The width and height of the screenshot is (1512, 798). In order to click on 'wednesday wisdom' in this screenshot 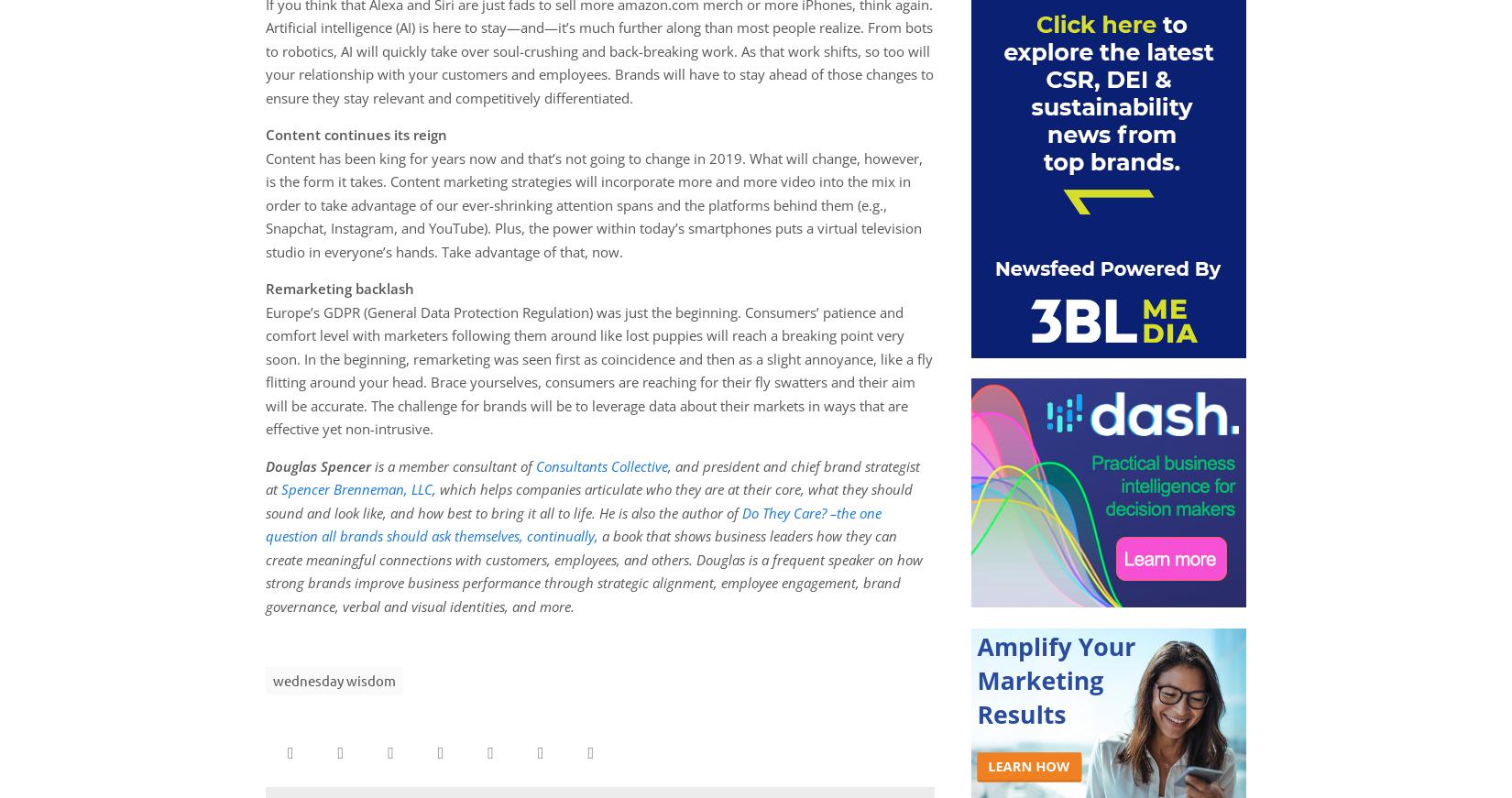, I will do `click(334, 680)`.